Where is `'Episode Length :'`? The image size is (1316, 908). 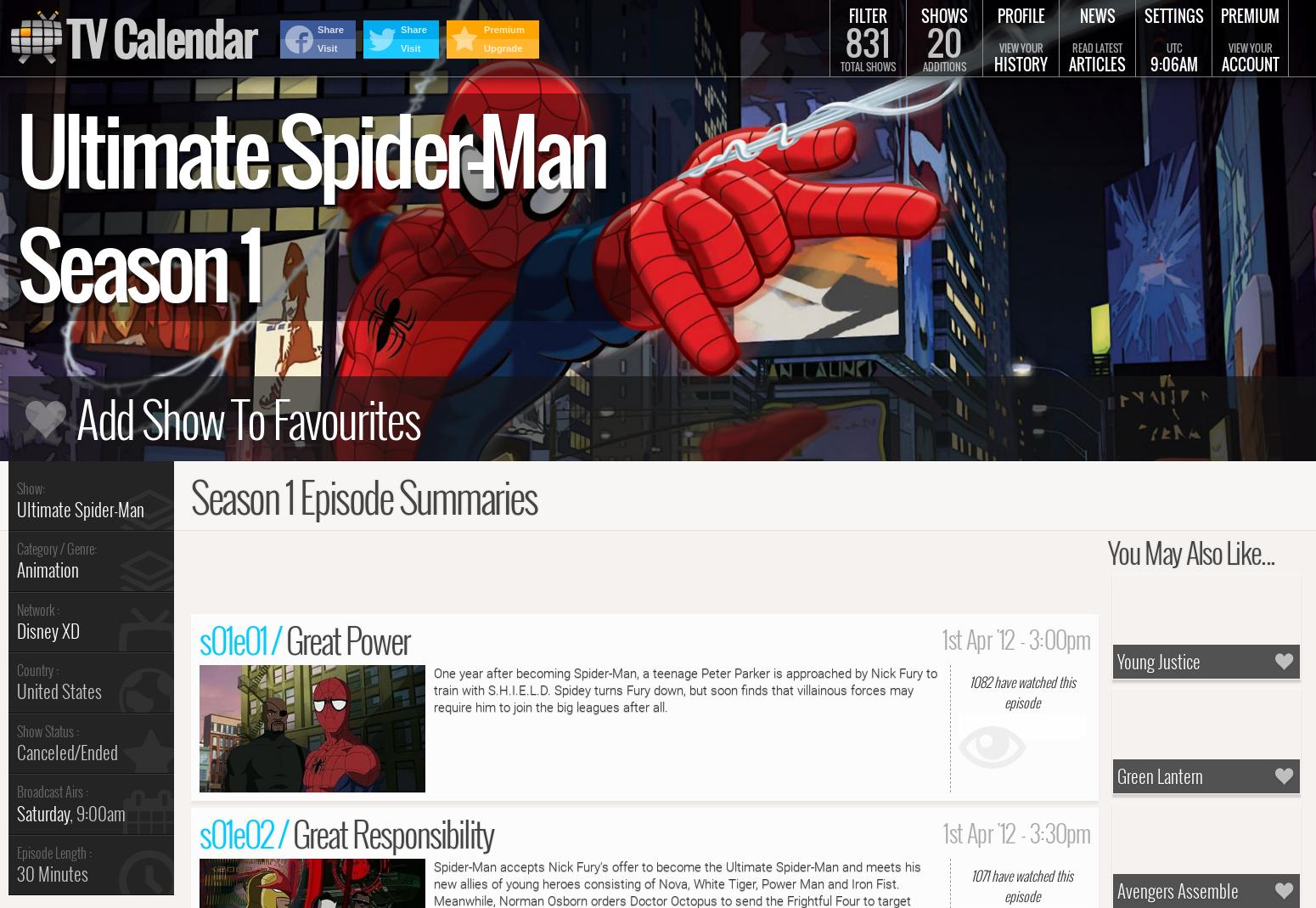 'Episode Length :' is located at coordinates (53, 852).